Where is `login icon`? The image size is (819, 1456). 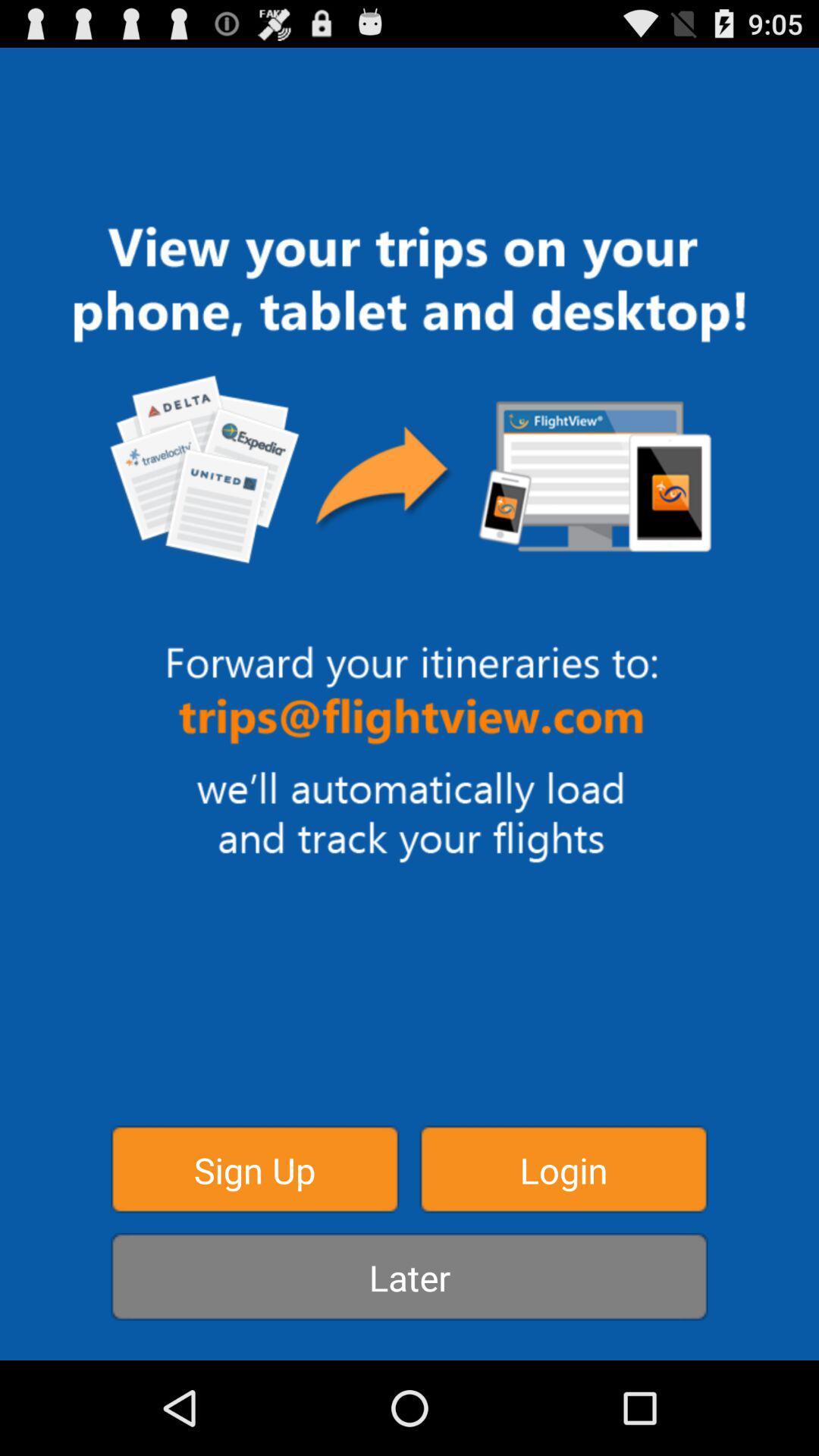 login icon is located at coordinates (563, 1168).